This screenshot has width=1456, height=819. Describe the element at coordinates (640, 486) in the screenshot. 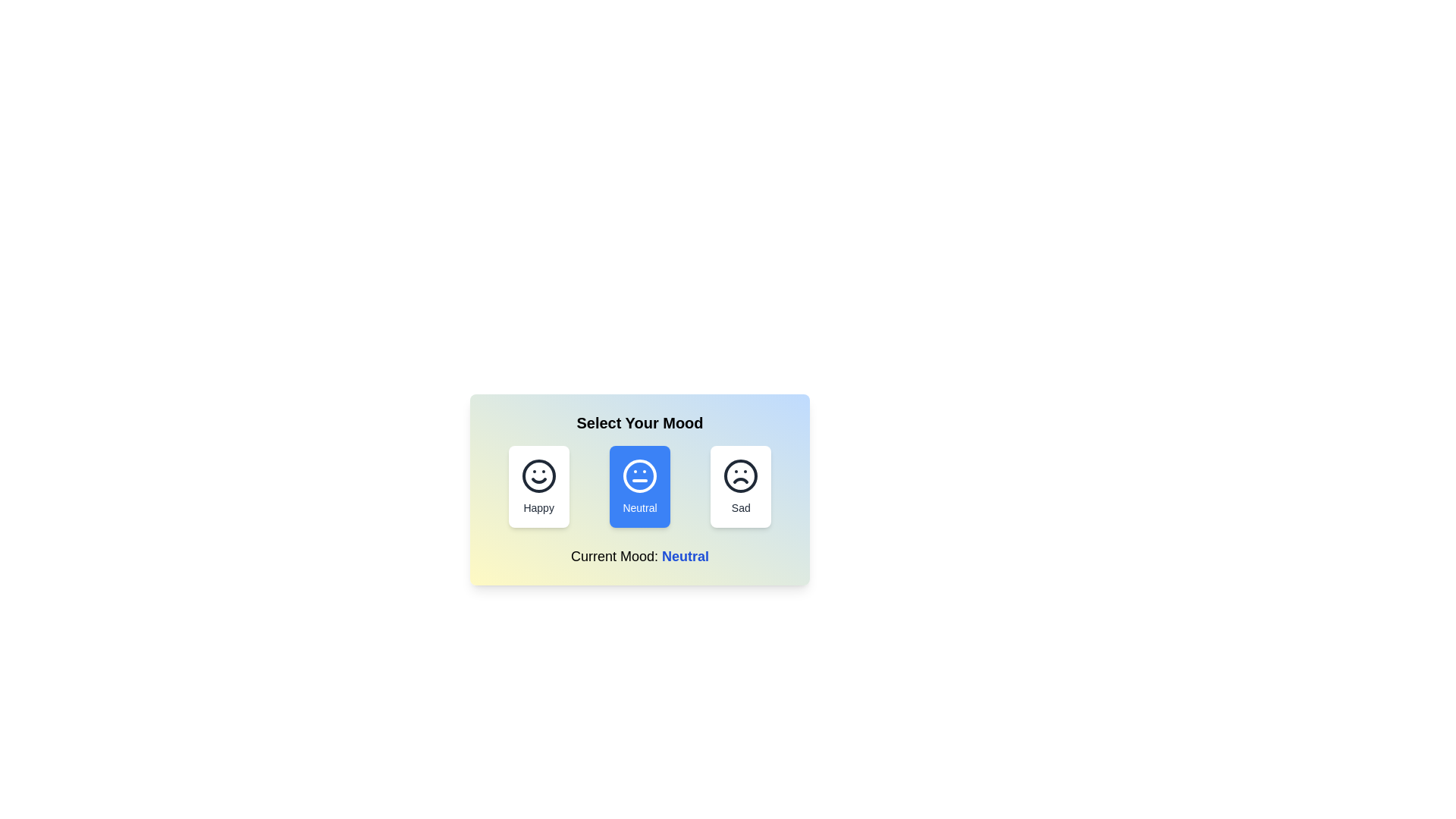

I see `the mood button corresponding to Neutral` at that location.